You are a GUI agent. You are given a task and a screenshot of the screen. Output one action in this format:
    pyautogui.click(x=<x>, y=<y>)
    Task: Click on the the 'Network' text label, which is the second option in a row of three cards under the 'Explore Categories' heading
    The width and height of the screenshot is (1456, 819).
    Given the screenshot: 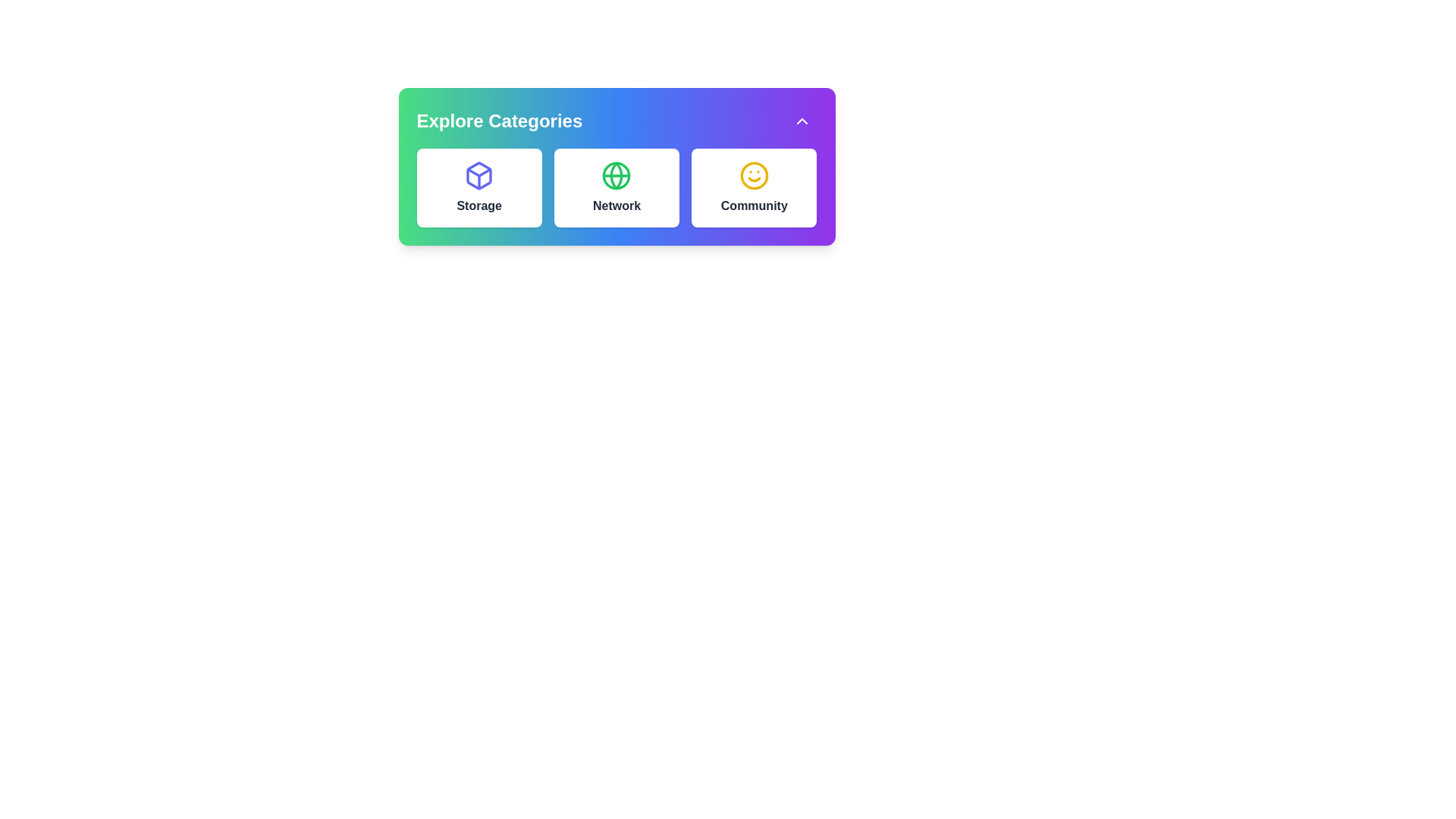 What is the action you would take?
    pyautogui.click(x=617, y=206)
    